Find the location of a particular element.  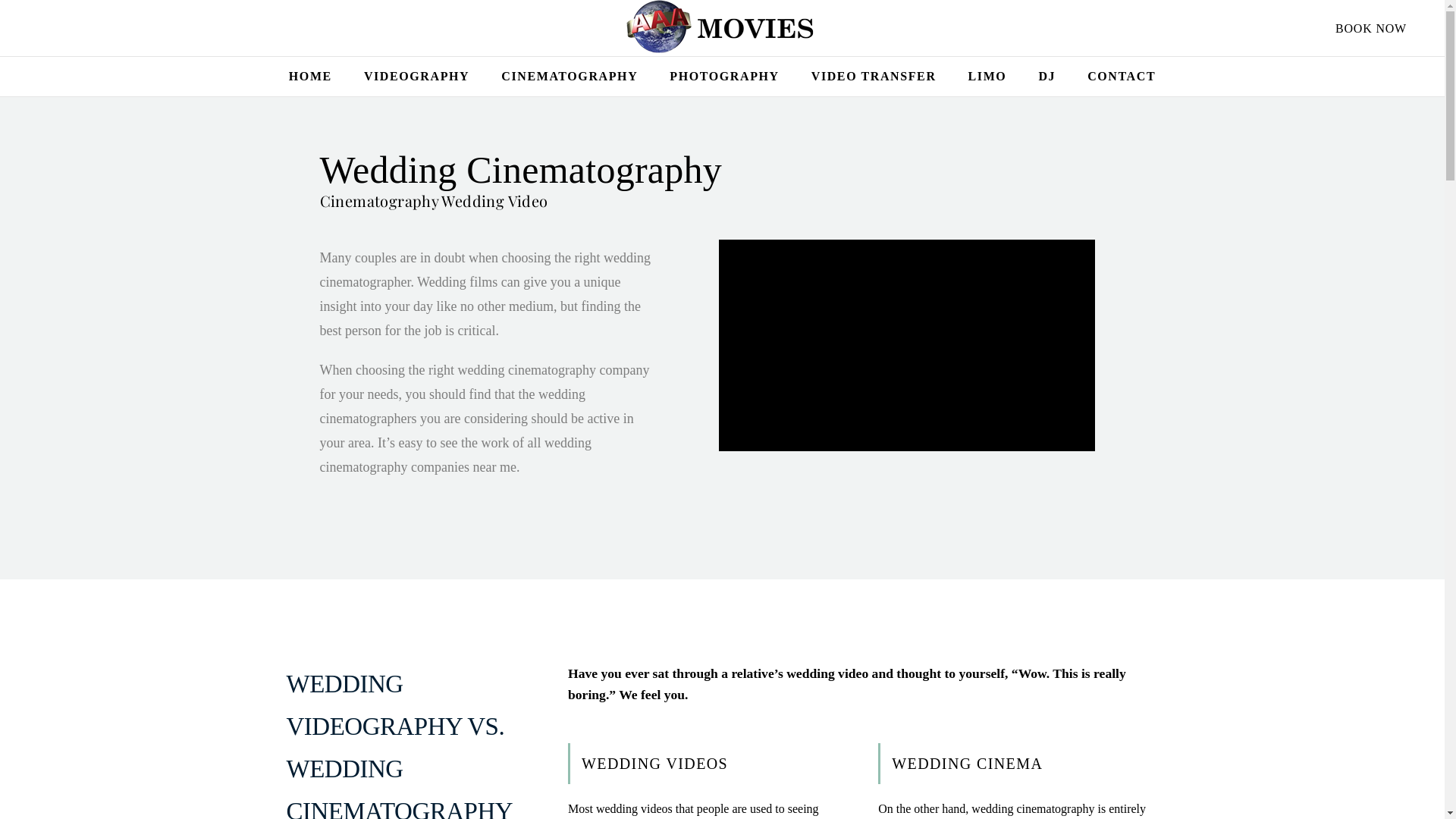

'BOOK NOW' is located at coordinates (1371, 28).